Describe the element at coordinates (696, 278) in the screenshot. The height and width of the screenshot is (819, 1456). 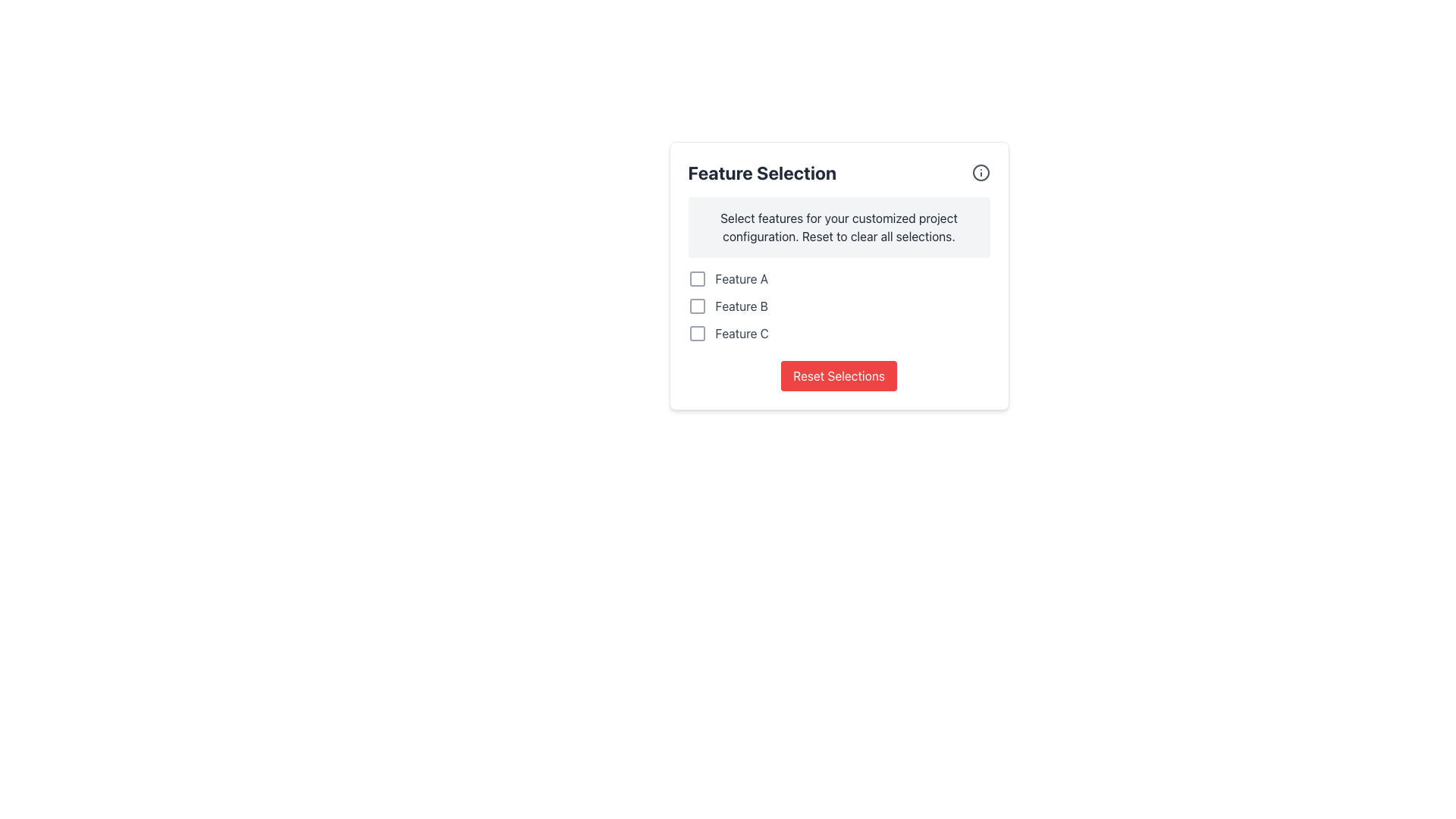
I see `the checkbox indicator for 'Feature A' located in the top-left region of its label in the vertical feature selection list` at that location.